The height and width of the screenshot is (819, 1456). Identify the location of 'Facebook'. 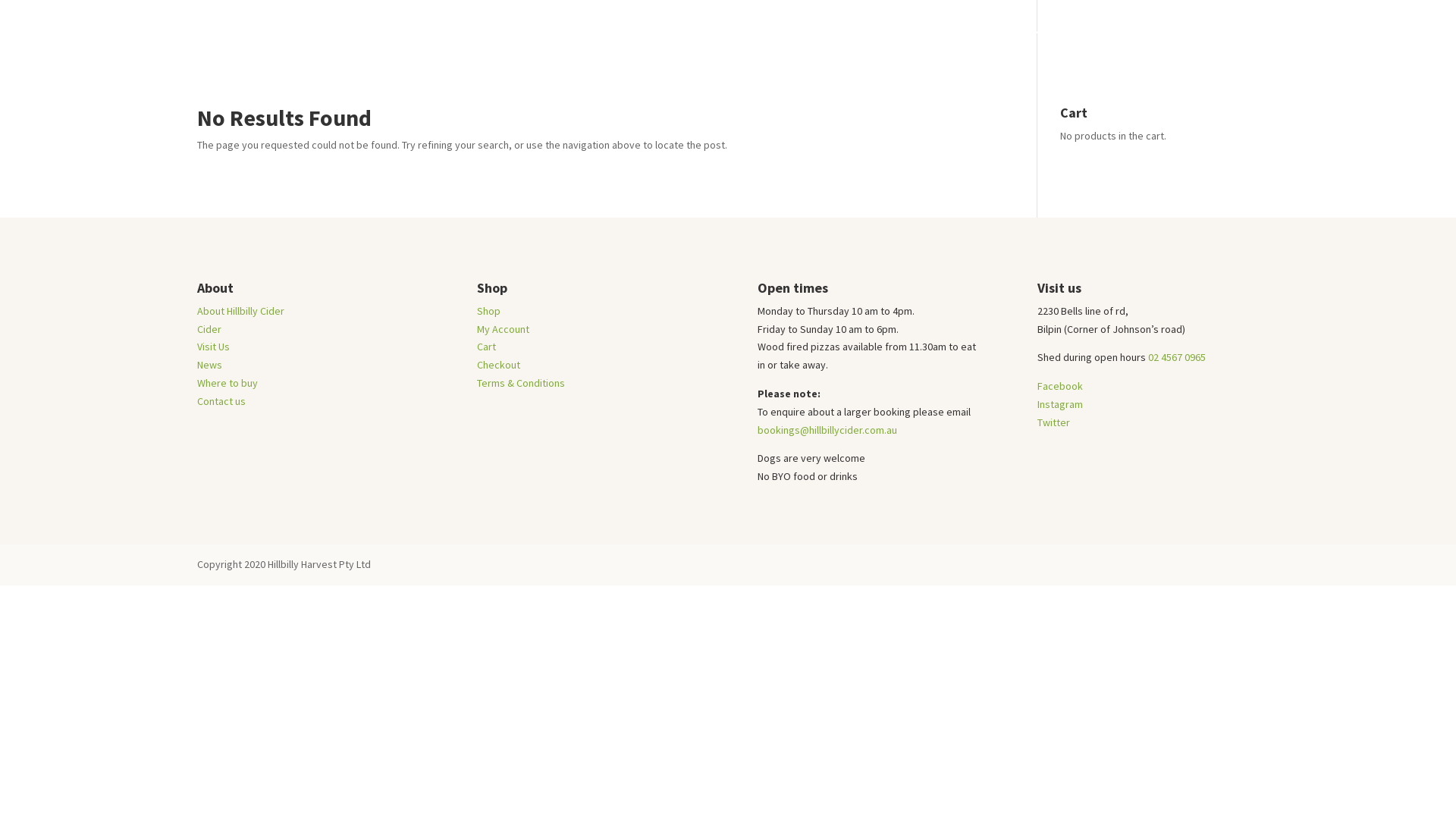
(1037, 385).